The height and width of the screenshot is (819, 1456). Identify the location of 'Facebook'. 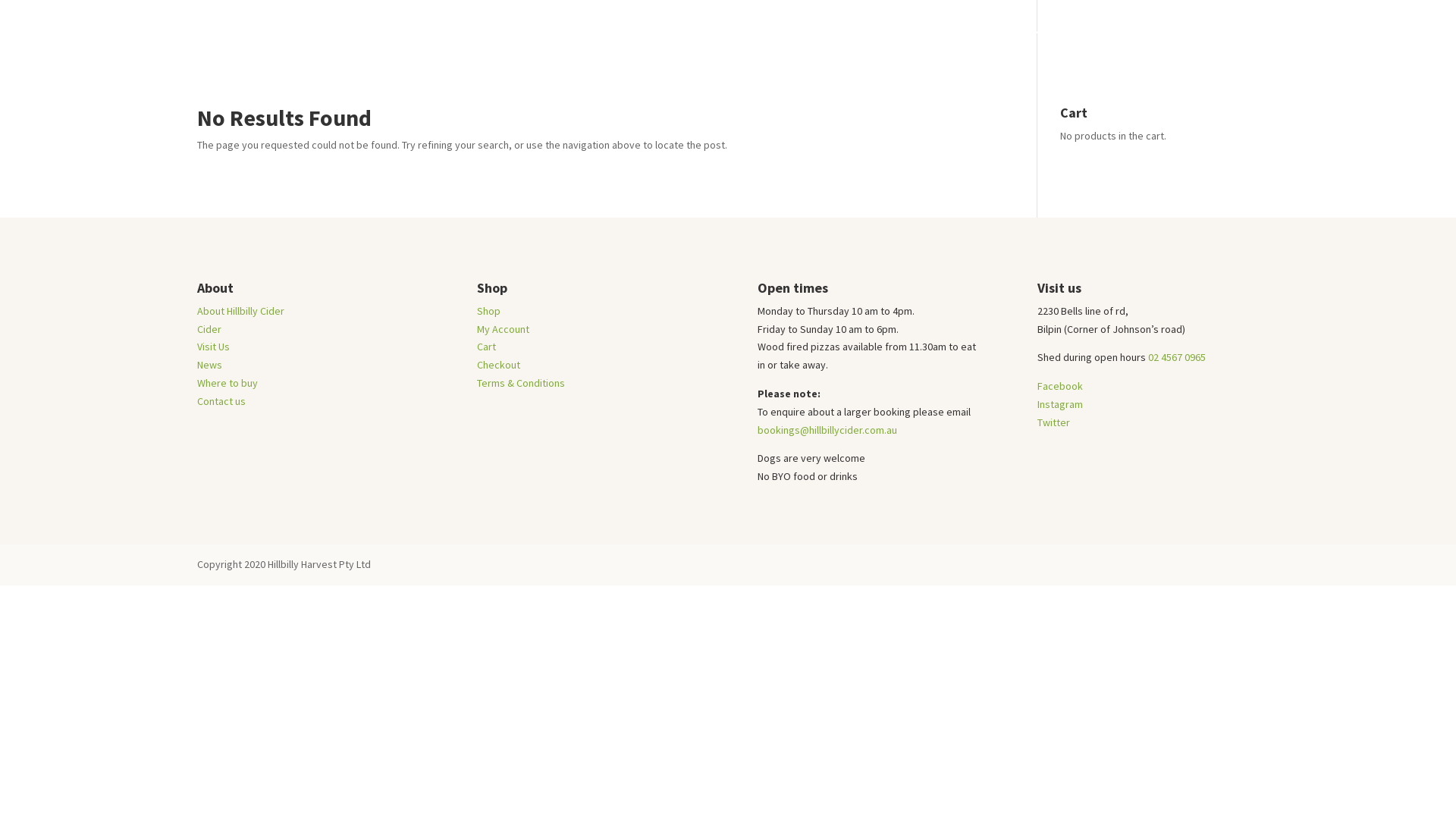
(1037, 385).